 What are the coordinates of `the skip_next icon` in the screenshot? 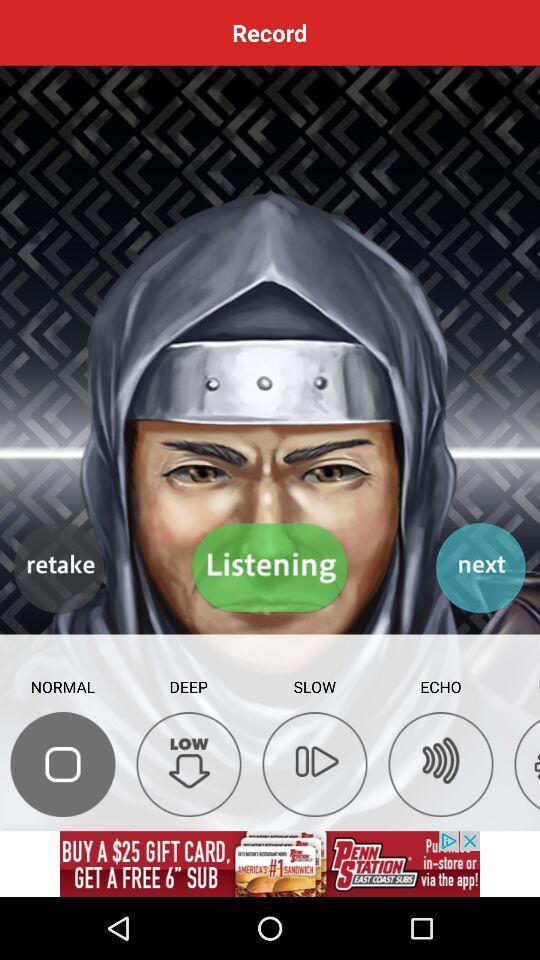 It's located at (314, 818).